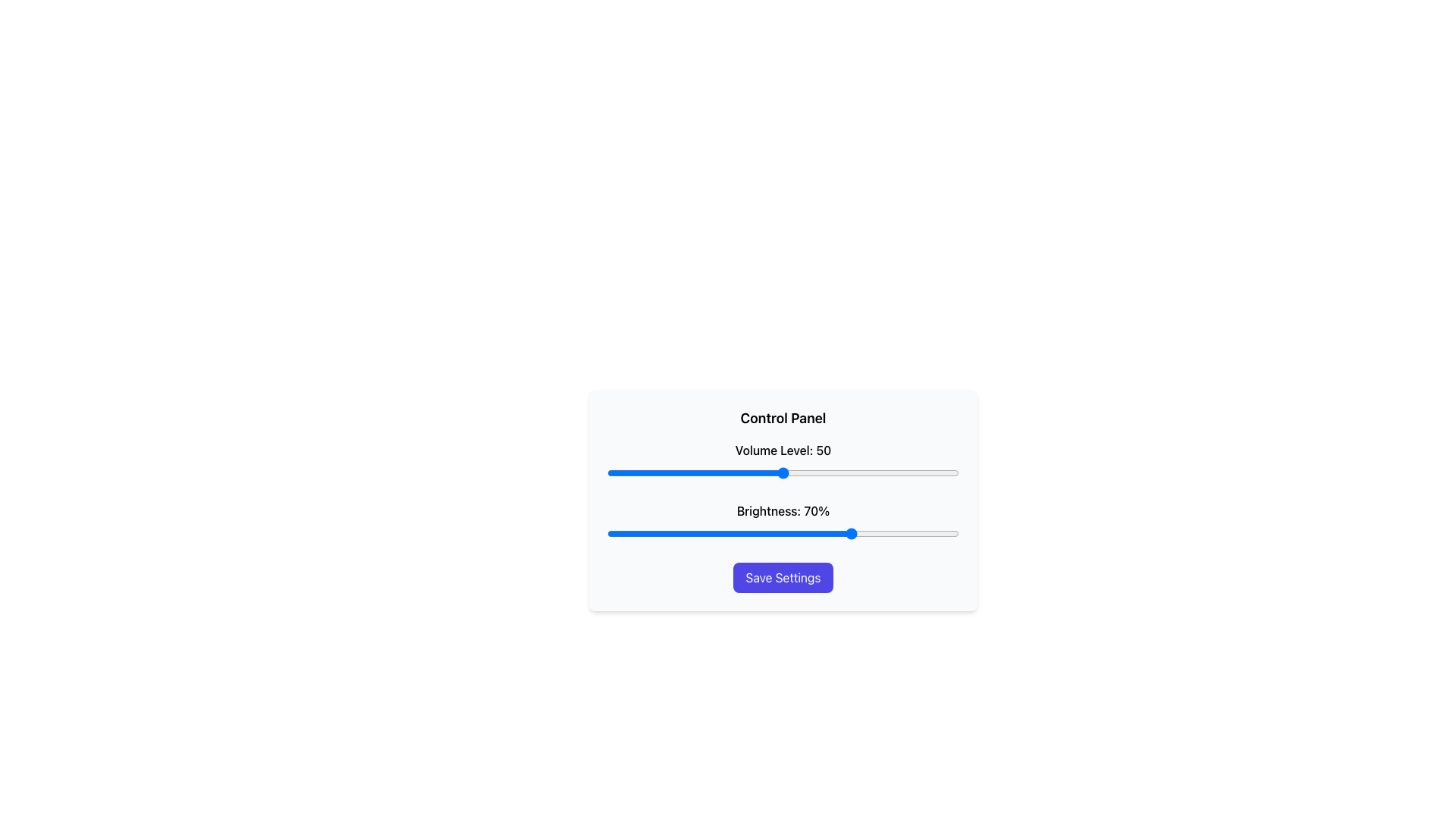 The height and width of the screenshot is (819, 1456). What do you see at coordinates (821, 472) in the screenshot?
I see `the volume level` at bounding box center [821, 472].